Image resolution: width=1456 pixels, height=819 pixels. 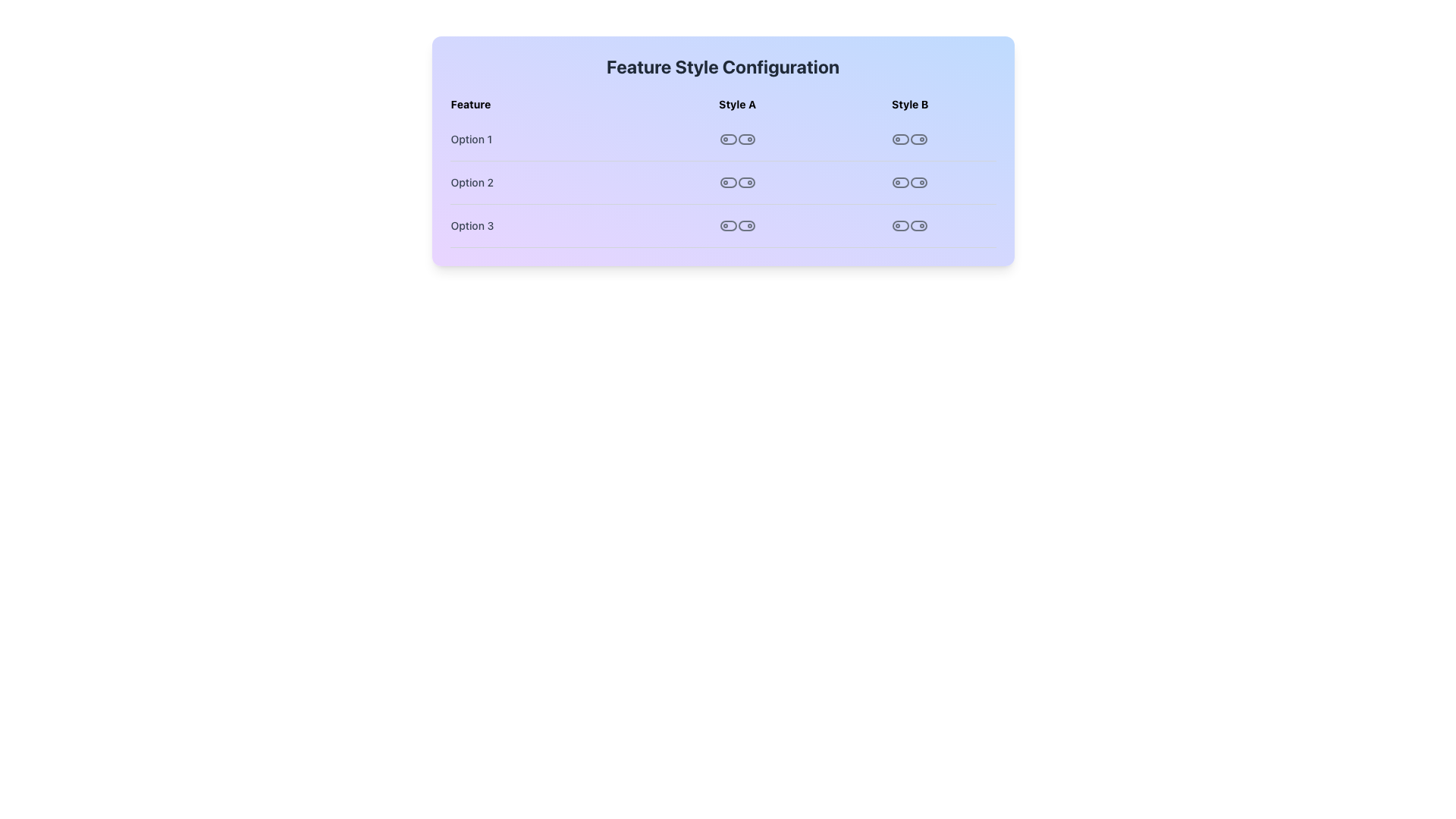 I want to click on the interactive linked elements or toggle located in the third cell of the 'Option 2' row under the 'Style B' column, so click(x=910, y=181).